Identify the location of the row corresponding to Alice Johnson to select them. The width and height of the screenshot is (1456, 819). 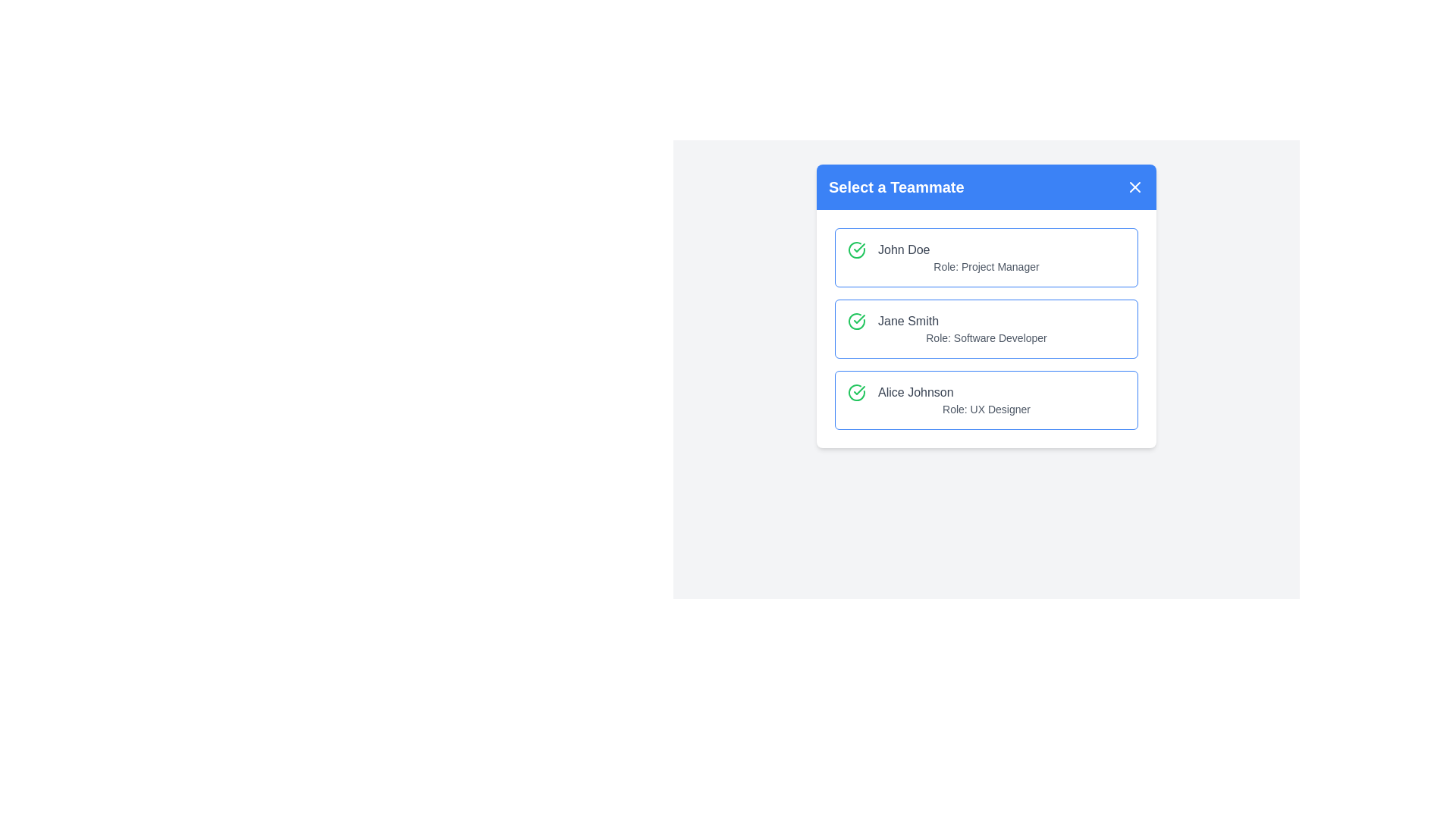
(986, 400).